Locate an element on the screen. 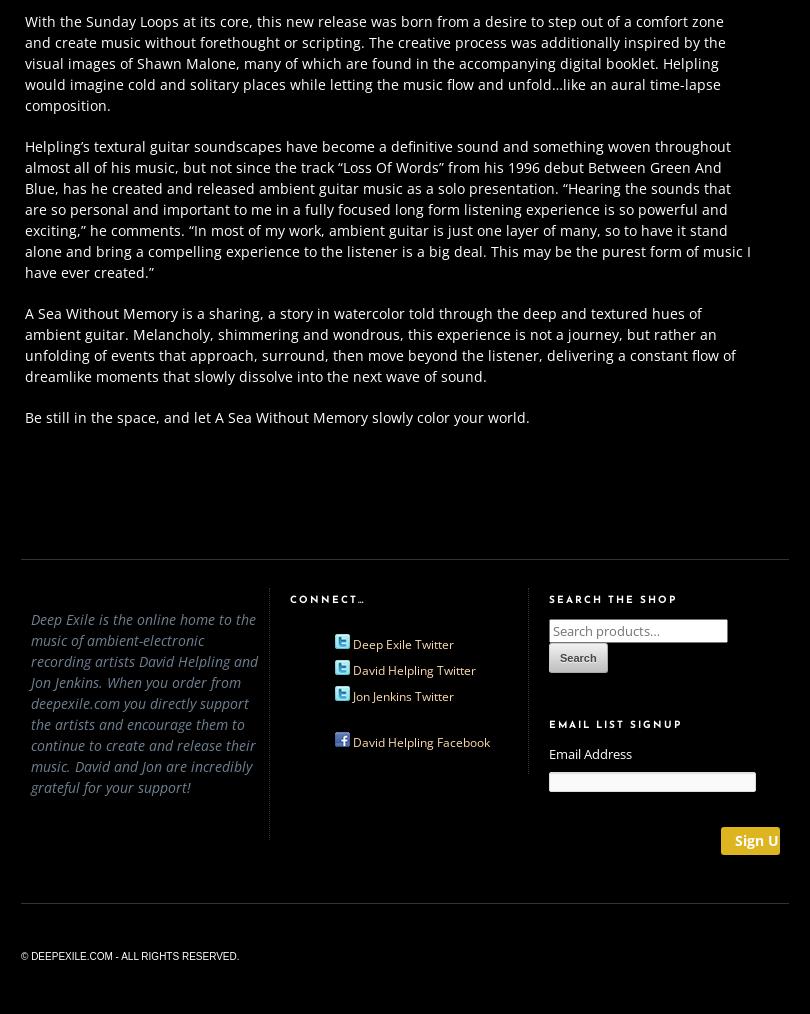 The width and height of the screenshot is (810, 1014). 'Email List Signup' is located at coordinates (614, 724).